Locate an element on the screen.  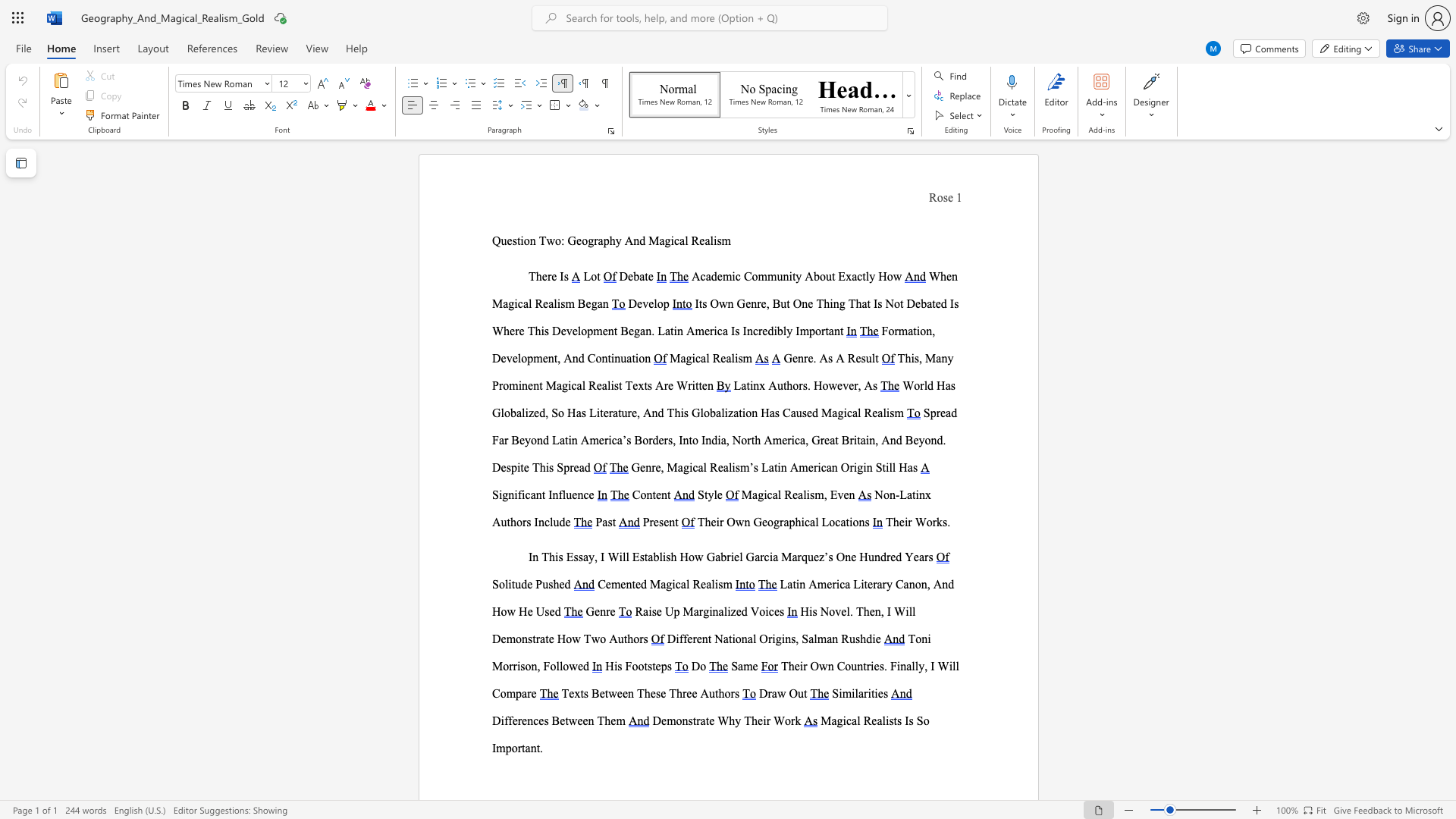
the subset text "n Rushdi" within the text "Different National Origins, Salman Rushdie" is located at coordinates (831, 639).